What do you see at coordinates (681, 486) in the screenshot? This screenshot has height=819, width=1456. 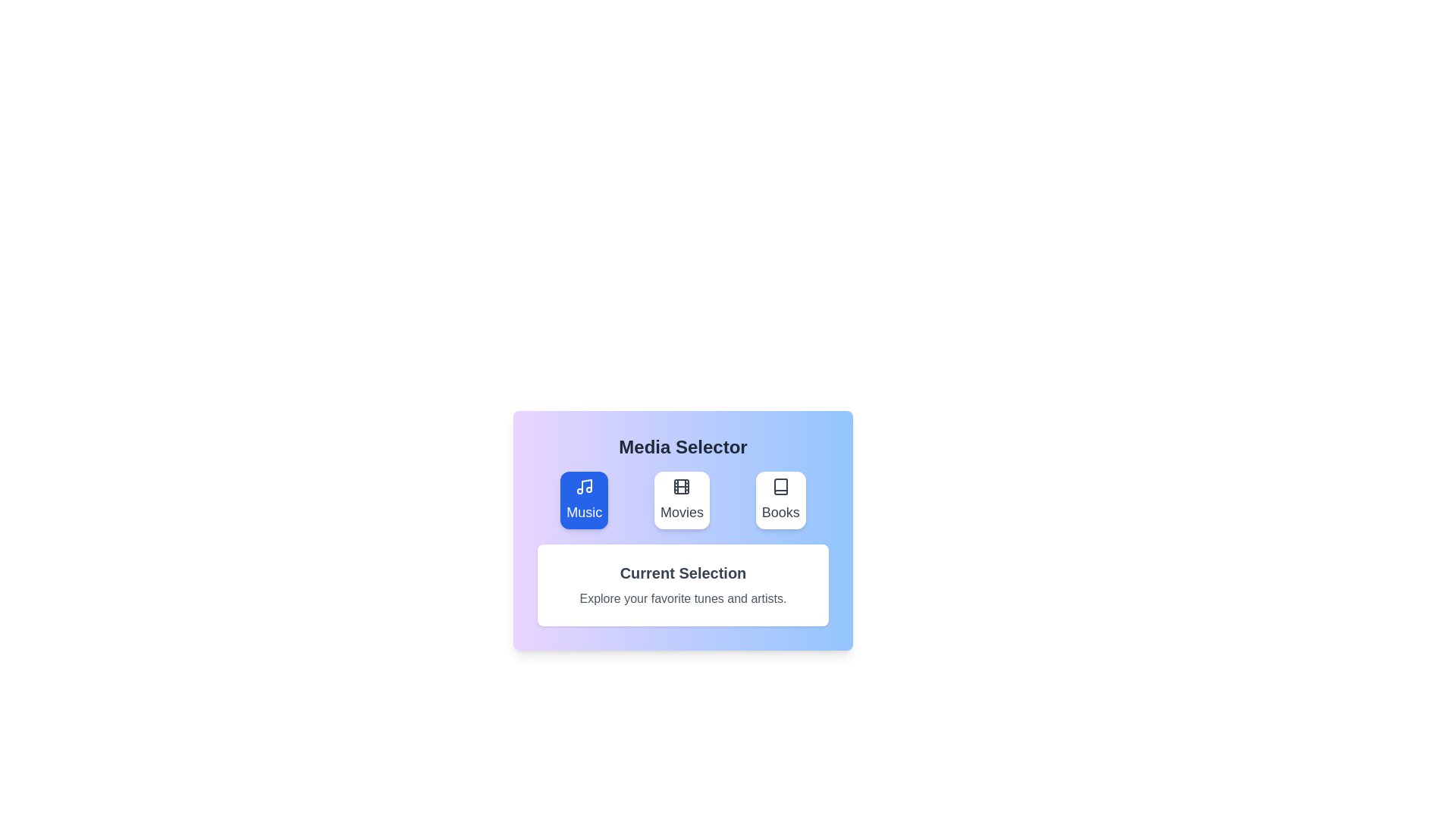 I see `the film icon, which is the second selectable option in the horizontal layout below the heading 'Media Selector'` at bounding box center [681, 486].